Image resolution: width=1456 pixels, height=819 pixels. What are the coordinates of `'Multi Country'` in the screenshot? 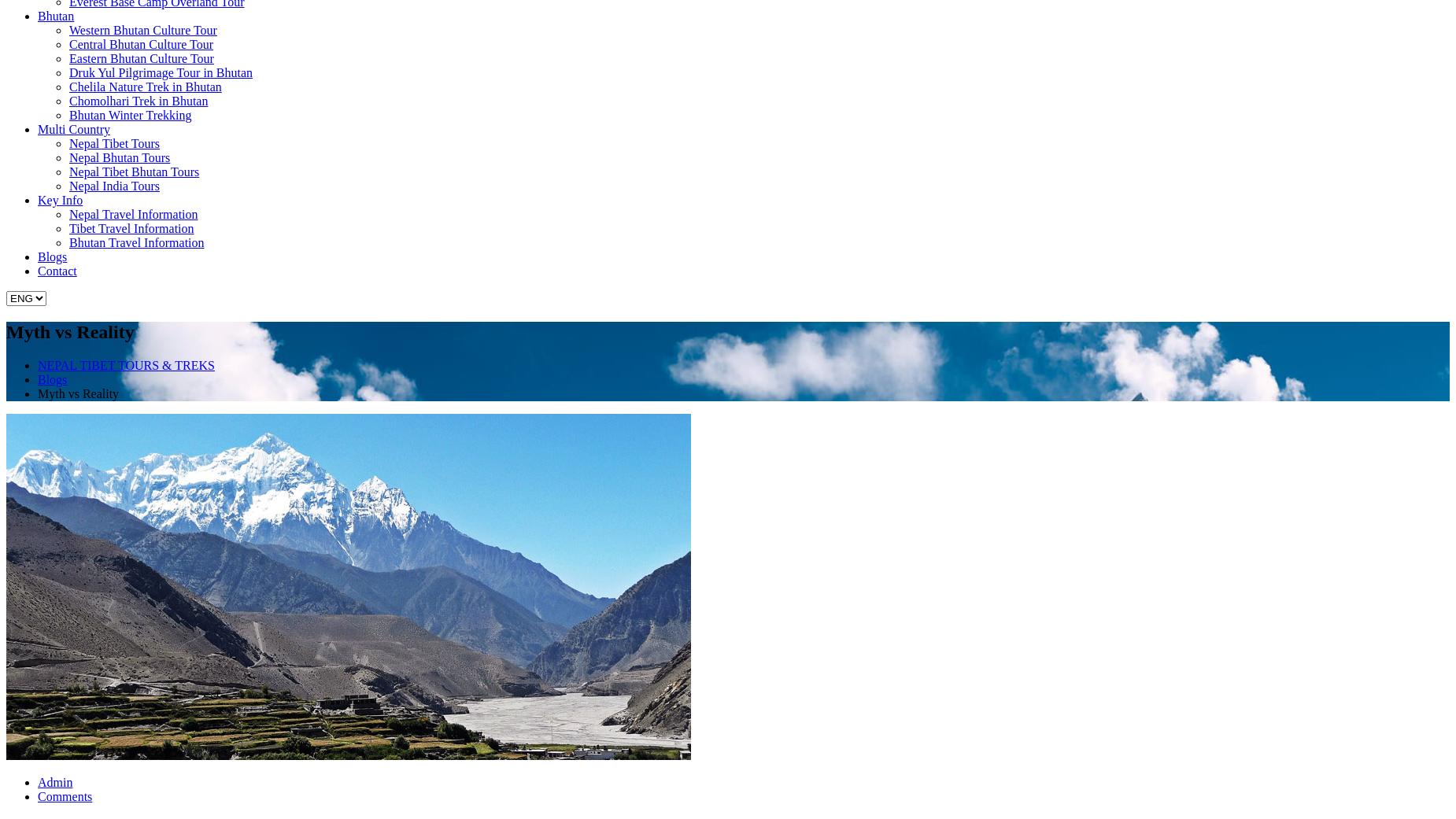 It's located at (72, 129).